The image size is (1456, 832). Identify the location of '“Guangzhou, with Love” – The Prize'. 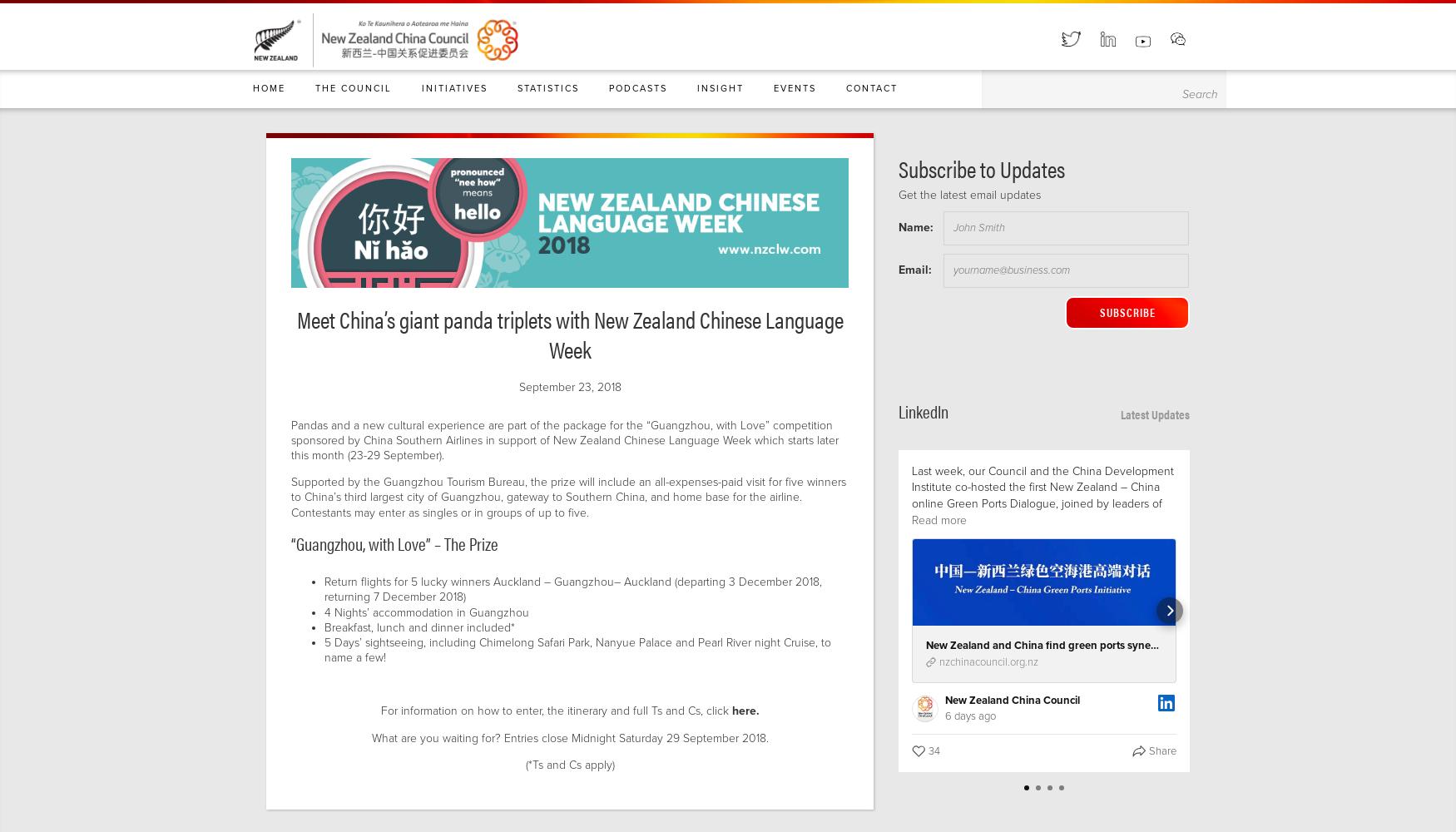
(394, 542).